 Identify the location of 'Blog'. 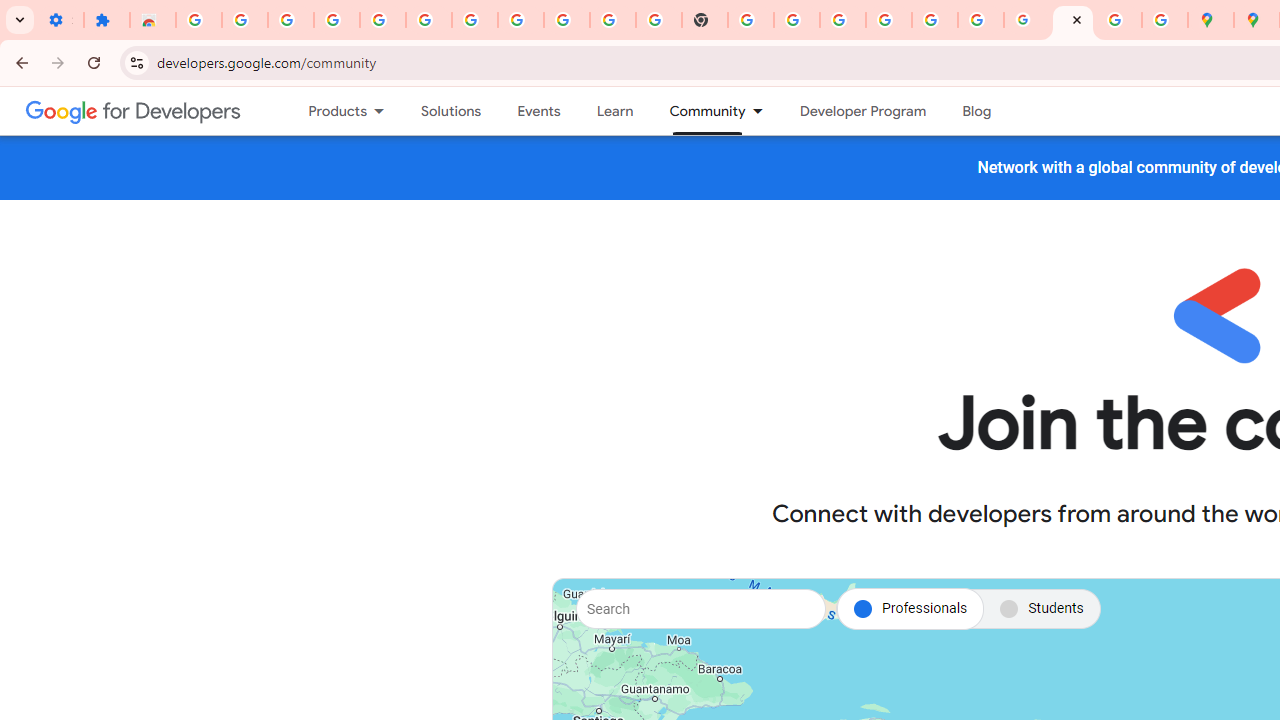
(977, 111).